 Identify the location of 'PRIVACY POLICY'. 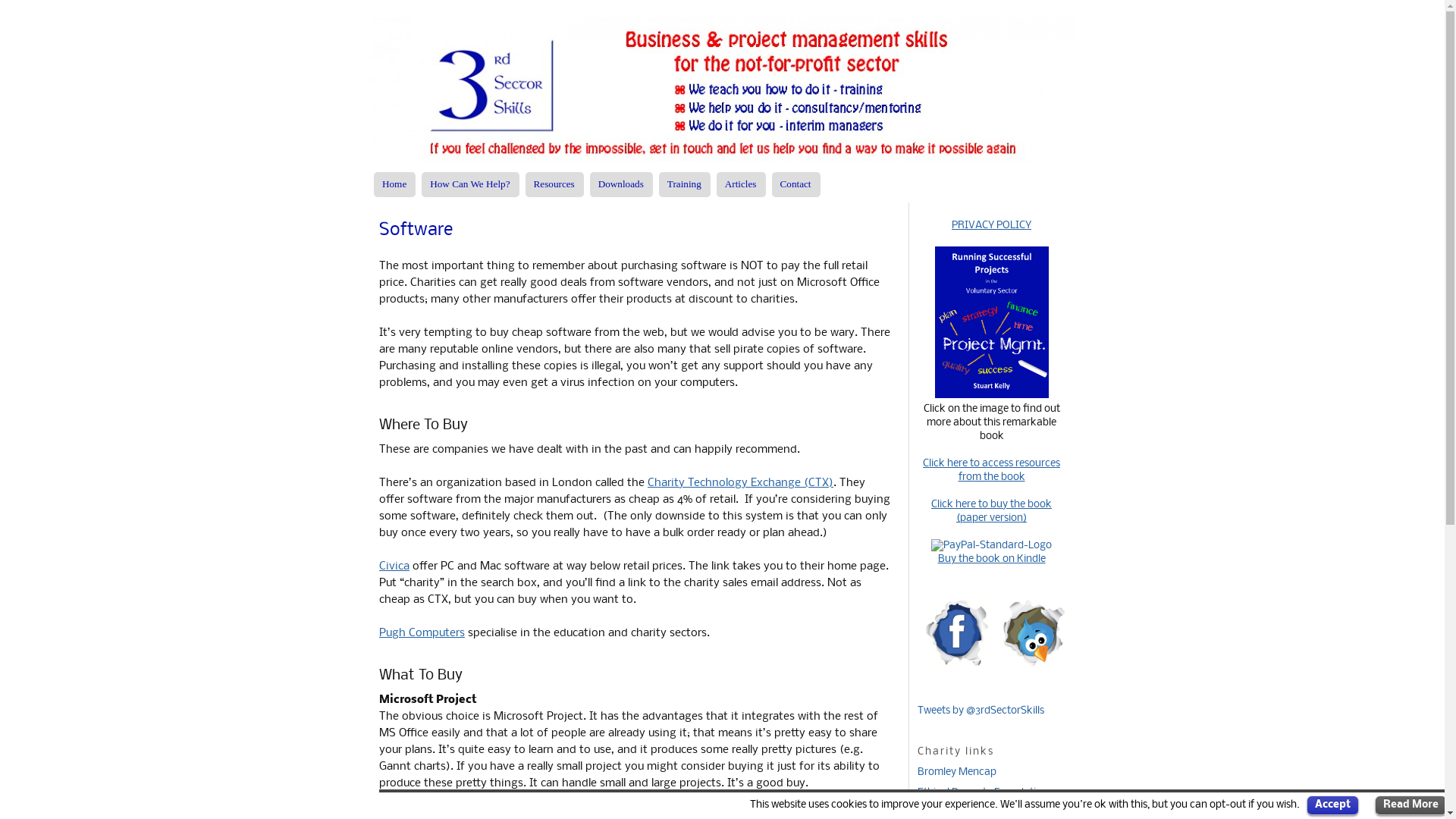
(991, 225).